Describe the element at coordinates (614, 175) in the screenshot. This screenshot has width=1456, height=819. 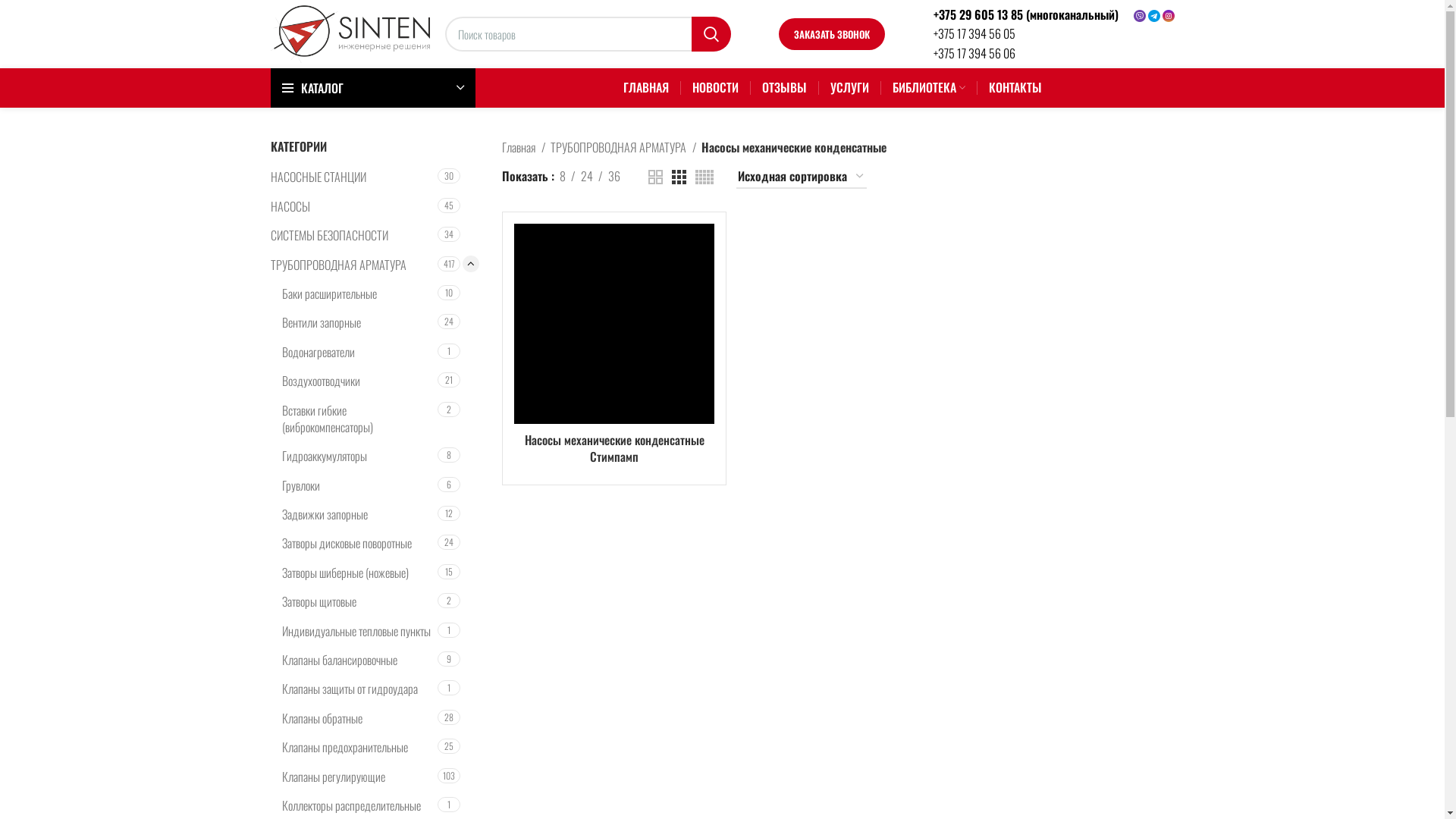
I see `'36'` at that location.